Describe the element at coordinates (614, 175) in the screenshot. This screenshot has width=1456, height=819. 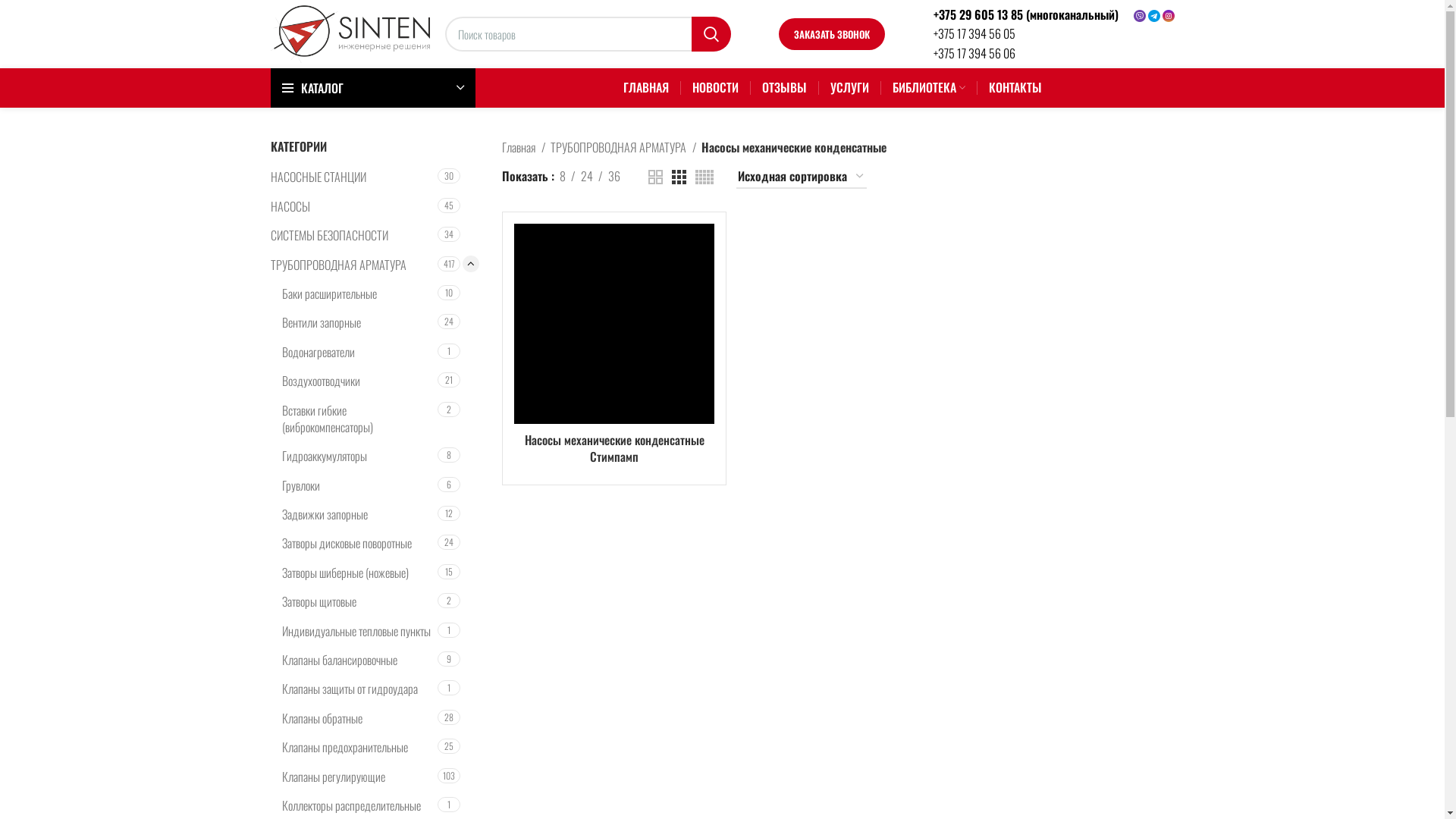
I see `'36'` at that location.